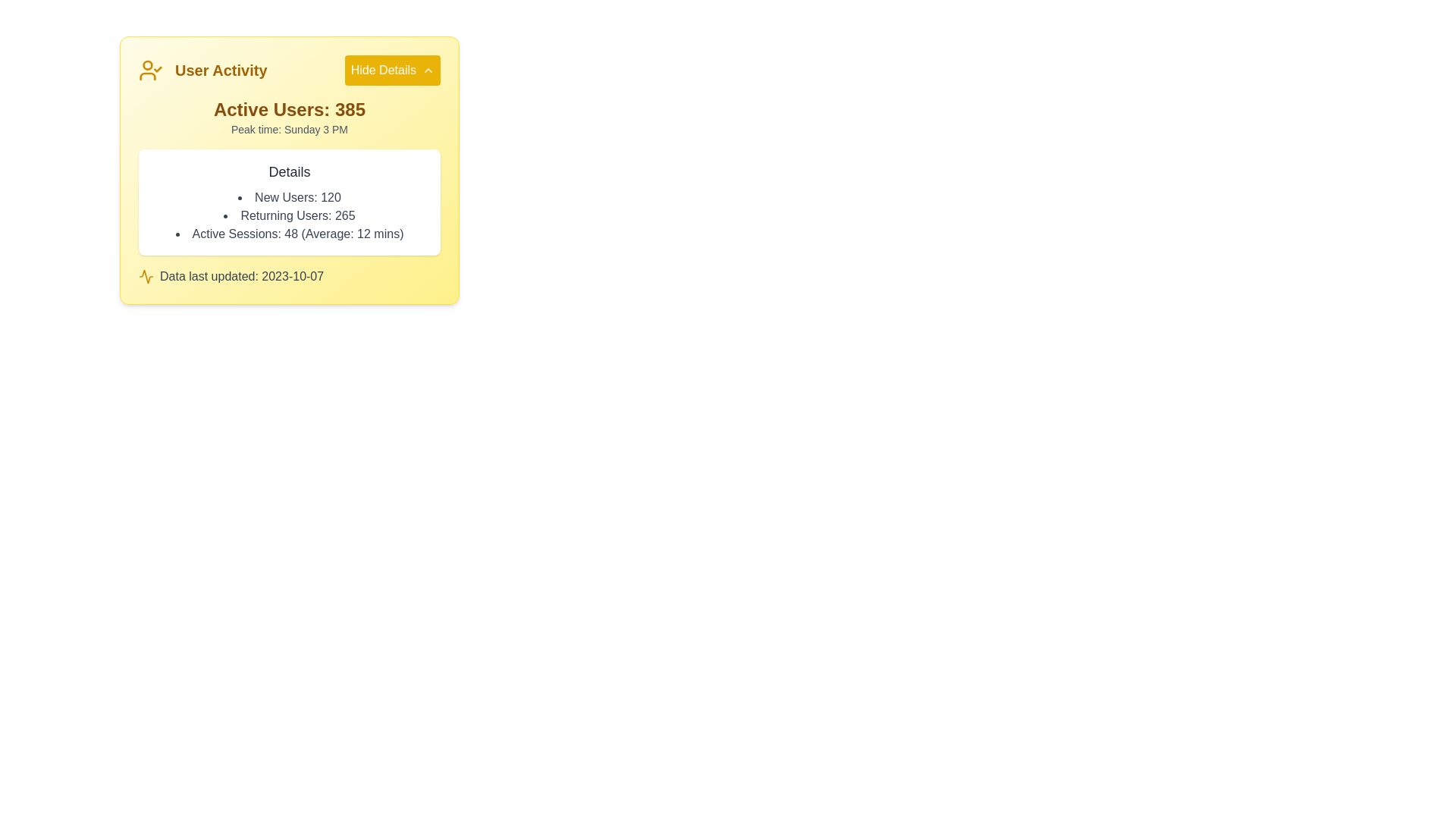  What do you see at coordinates (392, 70) in the screenshot?
I see `the rounded rectangular yellow button labeled 'Hide Details' located in the top-right part of the 'User Activity' card` at bounding box center [392, 70].